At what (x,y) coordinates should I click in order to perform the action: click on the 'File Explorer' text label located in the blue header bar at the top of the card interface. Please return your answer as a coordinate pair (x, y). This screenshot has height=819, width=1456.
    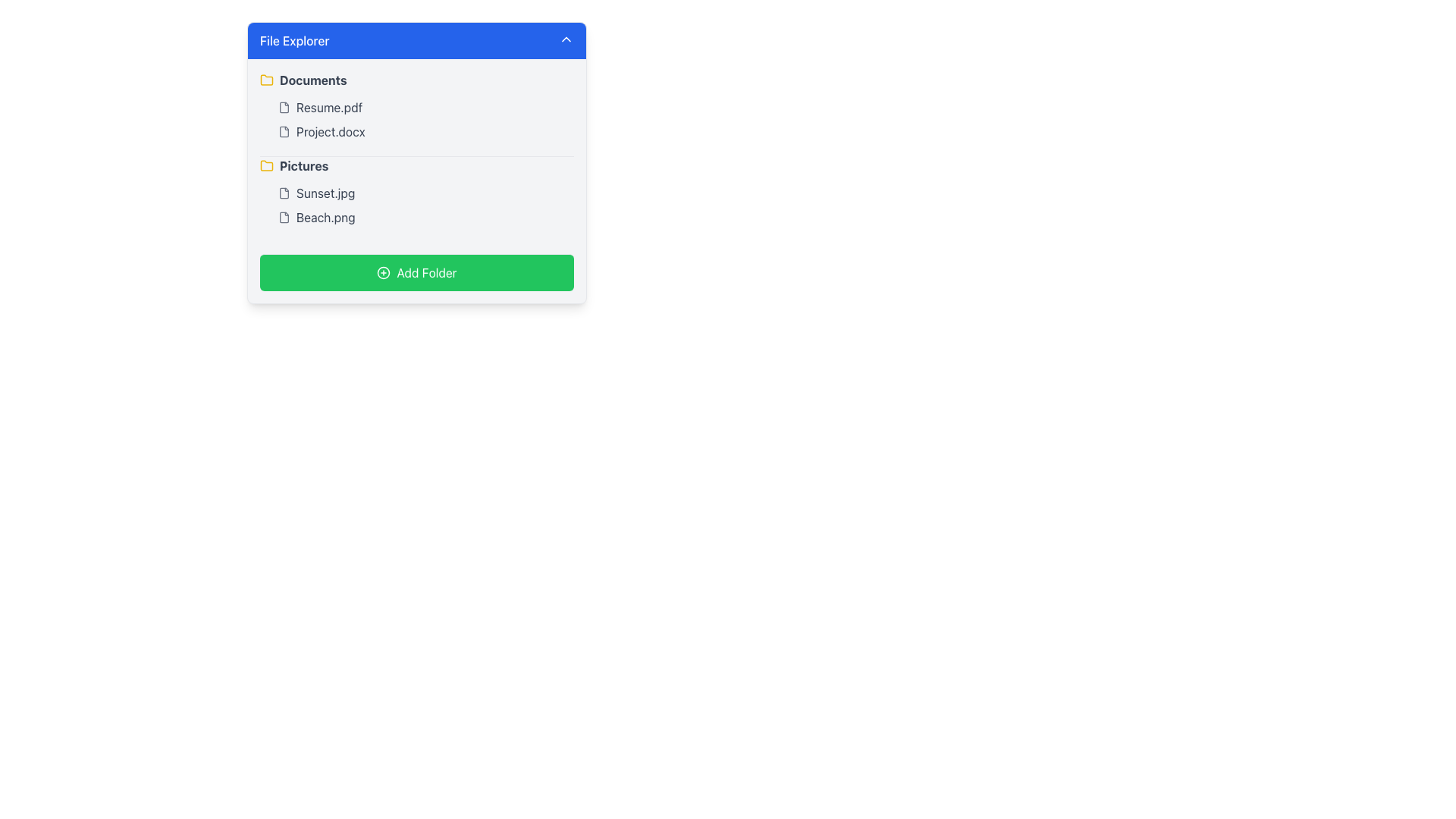
    Looking at the image, I should click on (294, 40).